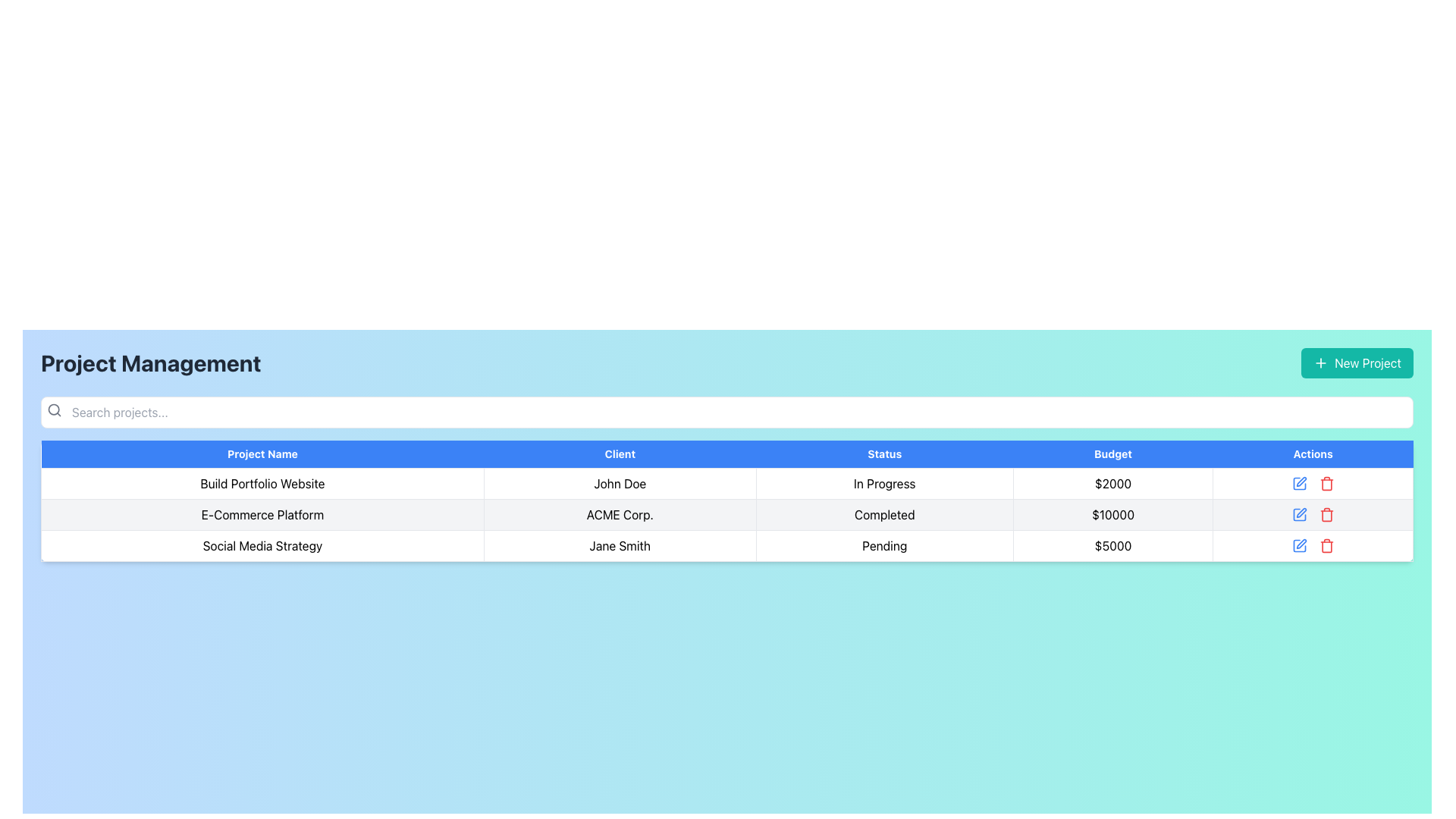  I want to click on the Static Text Label displaying the project name, located in the third row and first column of the project management table, so click(262, 546).